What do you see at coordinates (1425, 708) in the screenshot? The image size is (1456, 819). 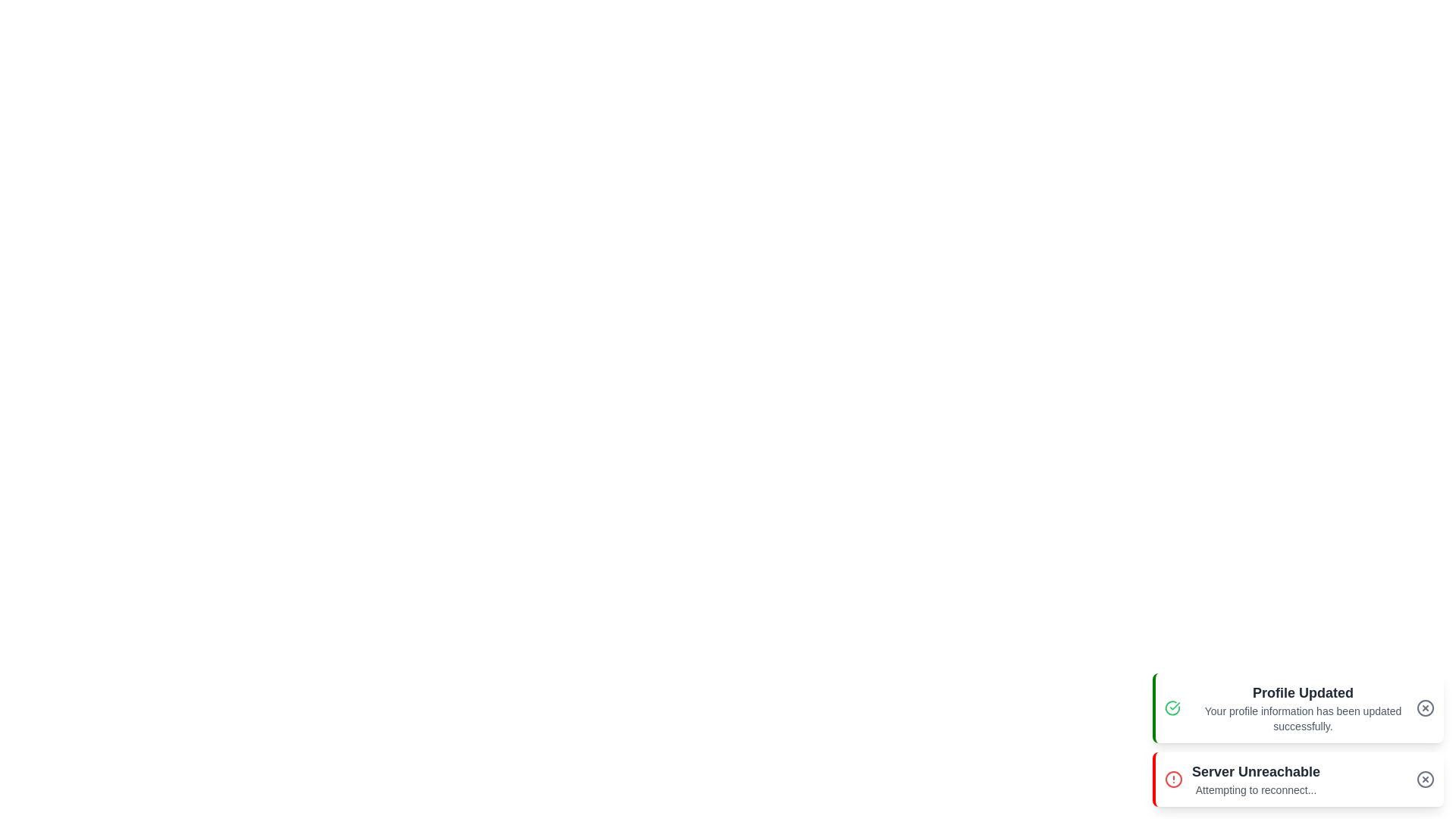 I see `close button of the notification titled 'Profile Updated'` at bounding box center [1425, 708].